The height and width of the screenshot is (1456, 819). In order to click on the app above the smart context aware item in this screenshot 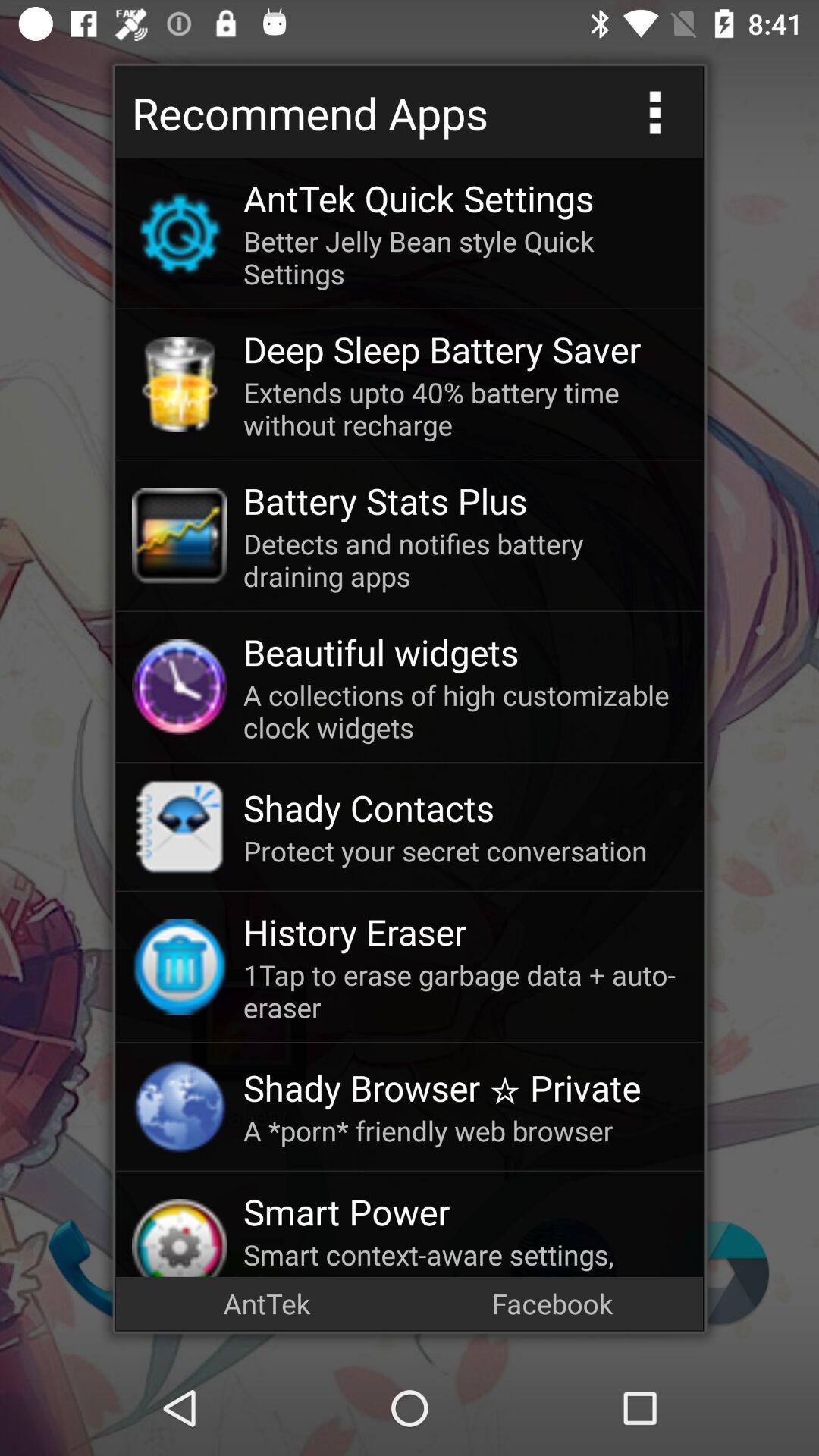, I will do `click(464, 1210)`.